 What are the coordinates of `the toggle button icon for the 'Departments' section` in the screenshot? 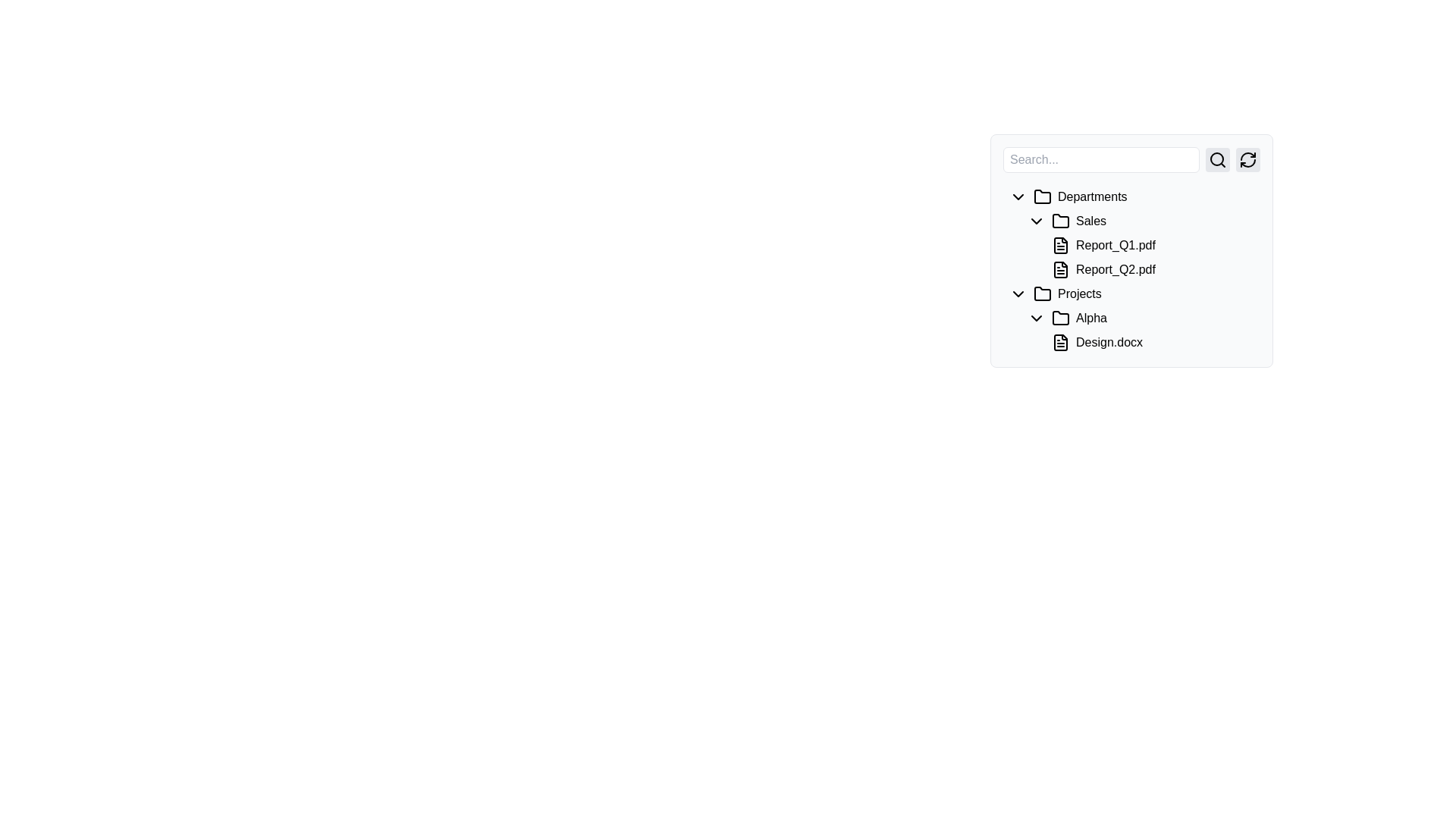 It's located at (1018, 196).